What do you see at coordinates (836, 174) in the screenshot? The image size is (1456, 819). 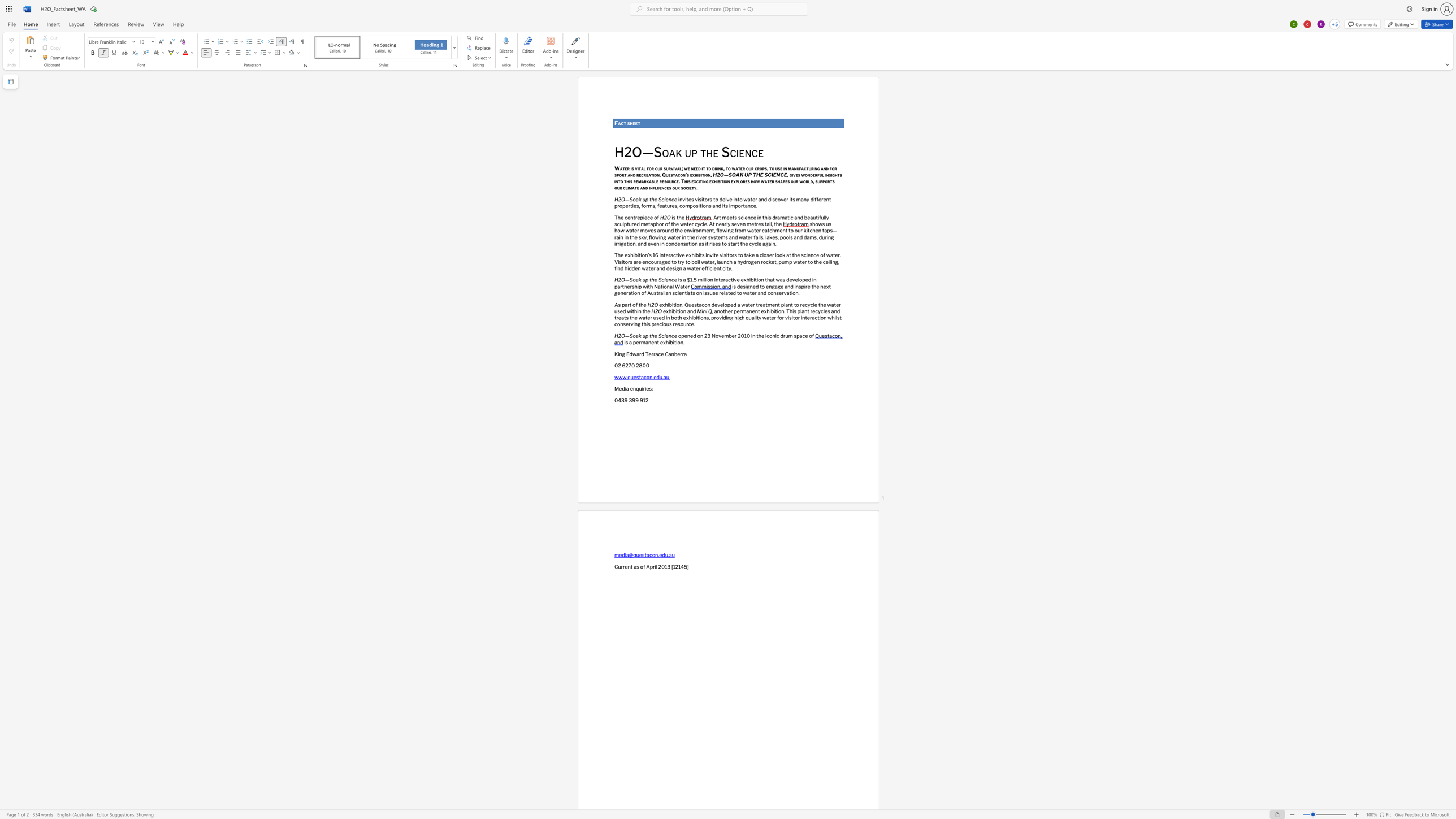 I see `the 1th character "h" in the text` at bounding box center [836, 174].